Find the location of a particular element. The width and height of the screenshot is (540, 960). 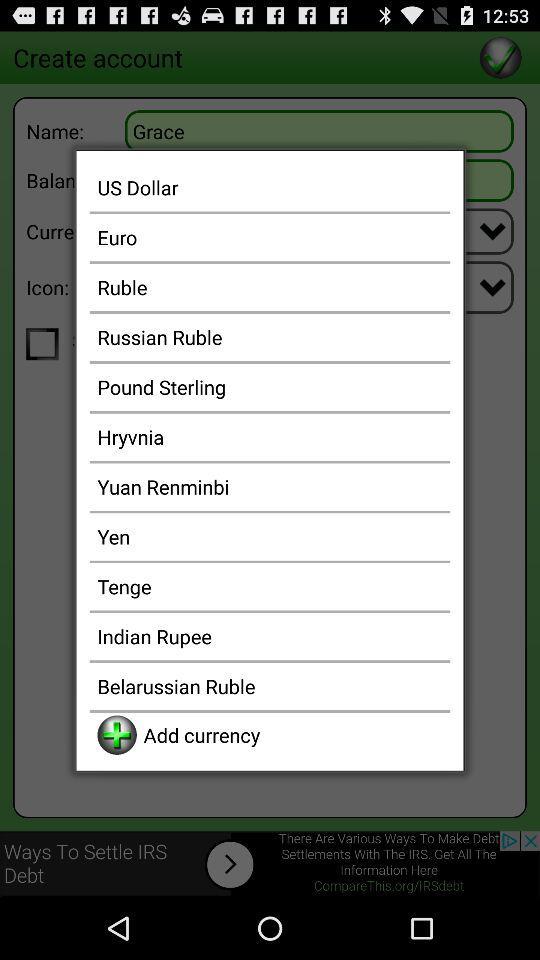

icon below the yuan renminbi app is located at coordinates (270, 535).